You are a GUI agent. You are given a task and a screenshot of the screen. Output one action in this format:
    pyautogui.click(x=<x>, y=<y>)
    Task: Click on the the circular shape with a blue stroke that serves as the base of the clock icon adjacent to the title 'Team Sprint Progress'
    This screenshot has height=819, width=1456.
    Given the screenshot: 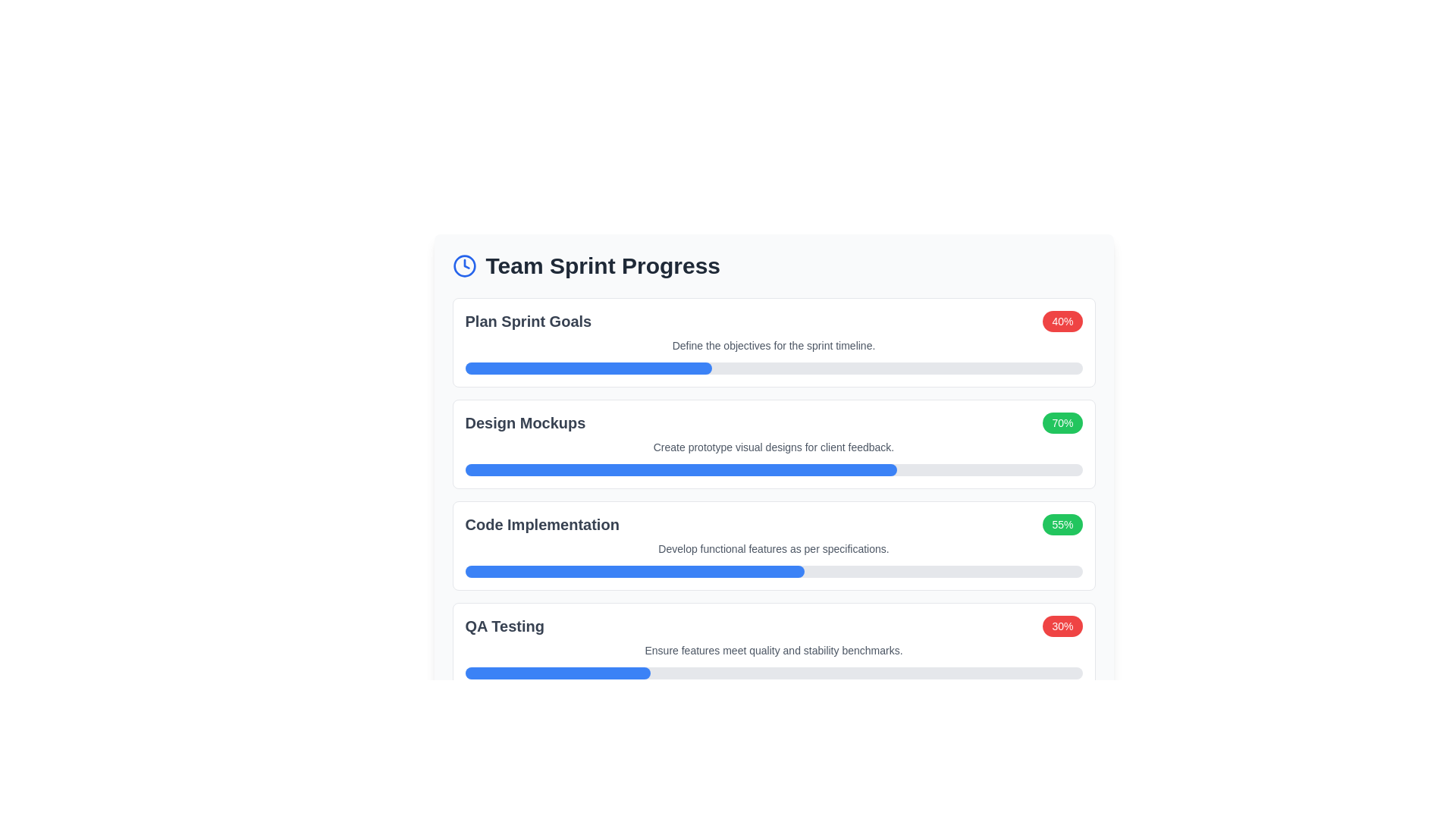 What is the action you would take?
    pyautogui.click(x=463, y=265)
    